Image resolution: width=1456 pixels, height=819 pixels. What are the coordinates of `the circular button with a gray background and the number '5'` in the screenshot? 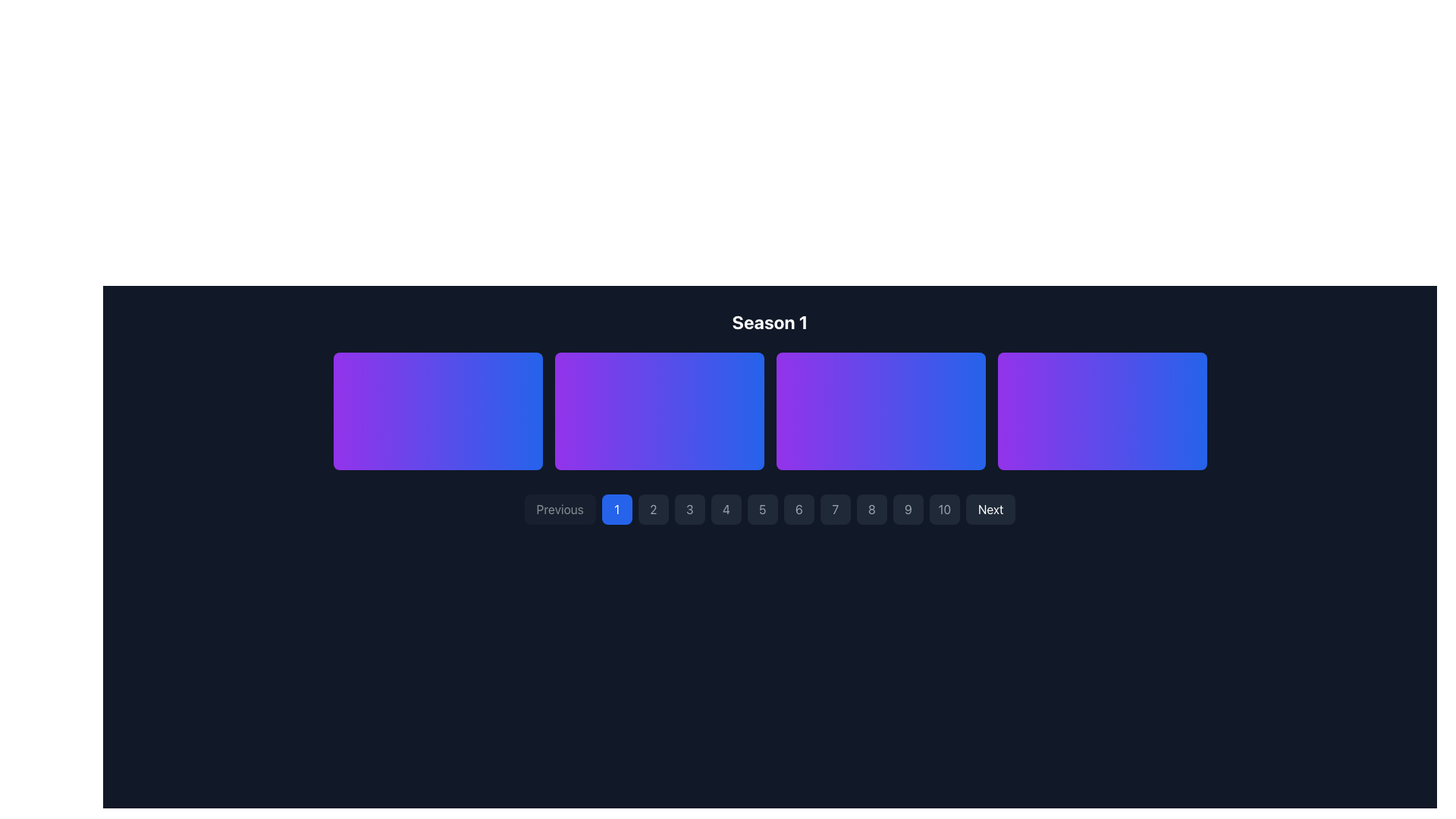 It's located at (762, 510).